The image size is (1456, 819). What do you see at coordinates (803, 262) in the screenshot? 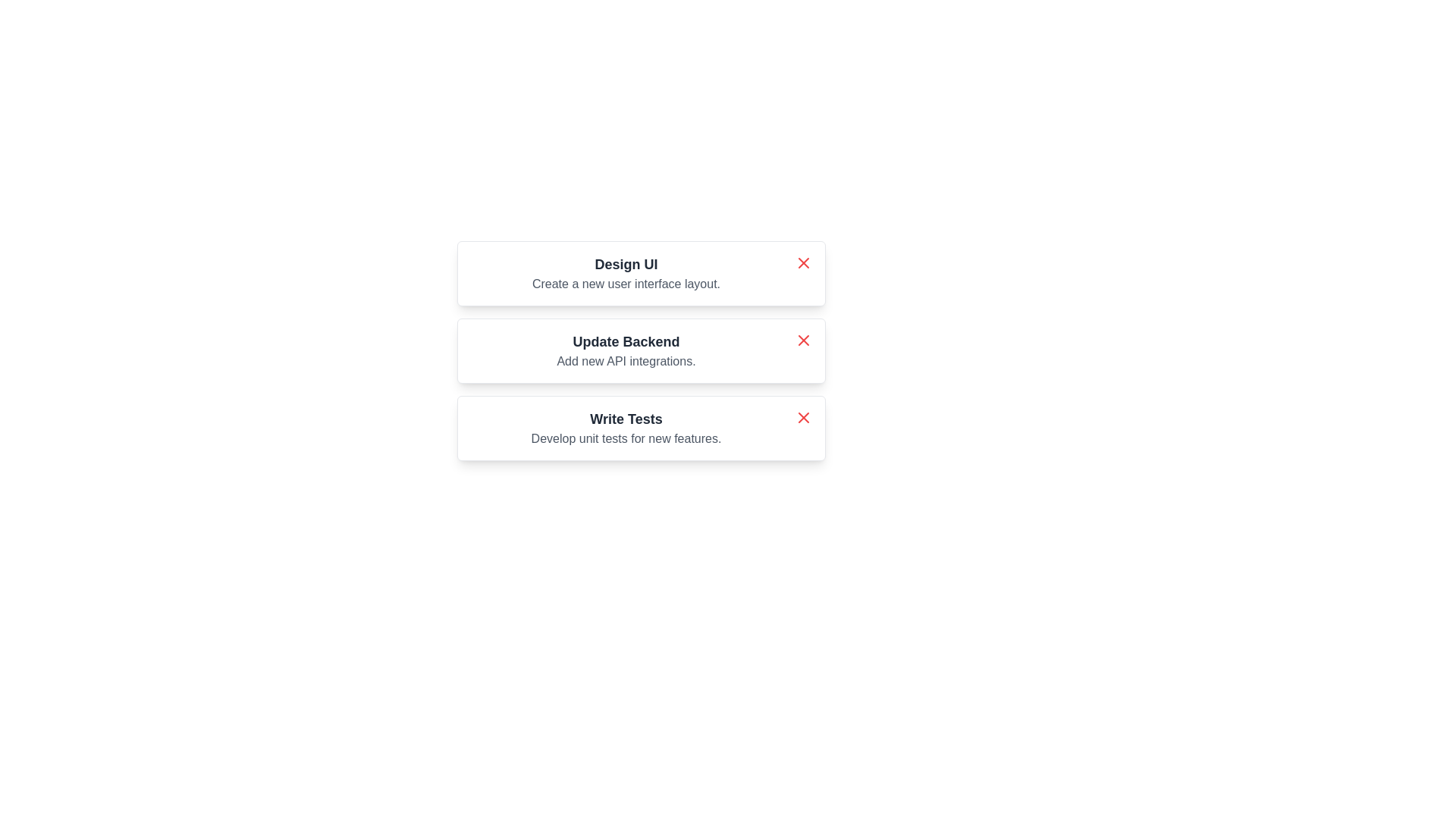
I see `the red 'X' button in the top-right corner of the 'Design UI' card` at bounding box center [803, 262].